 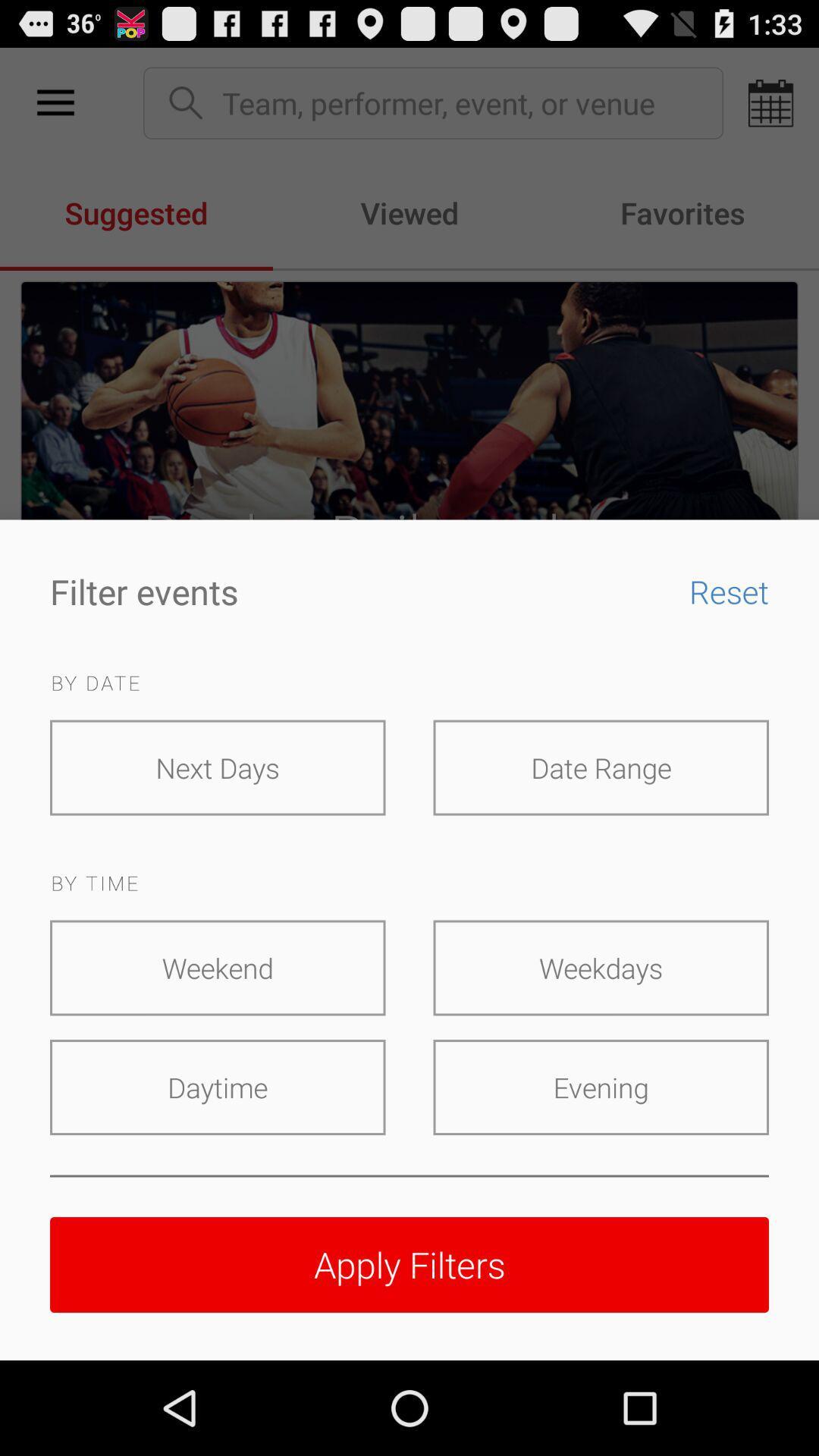 What do you see at coordinates (717, 590) in the screenshot?
I see `reset item` at bounding box center [717, 590].